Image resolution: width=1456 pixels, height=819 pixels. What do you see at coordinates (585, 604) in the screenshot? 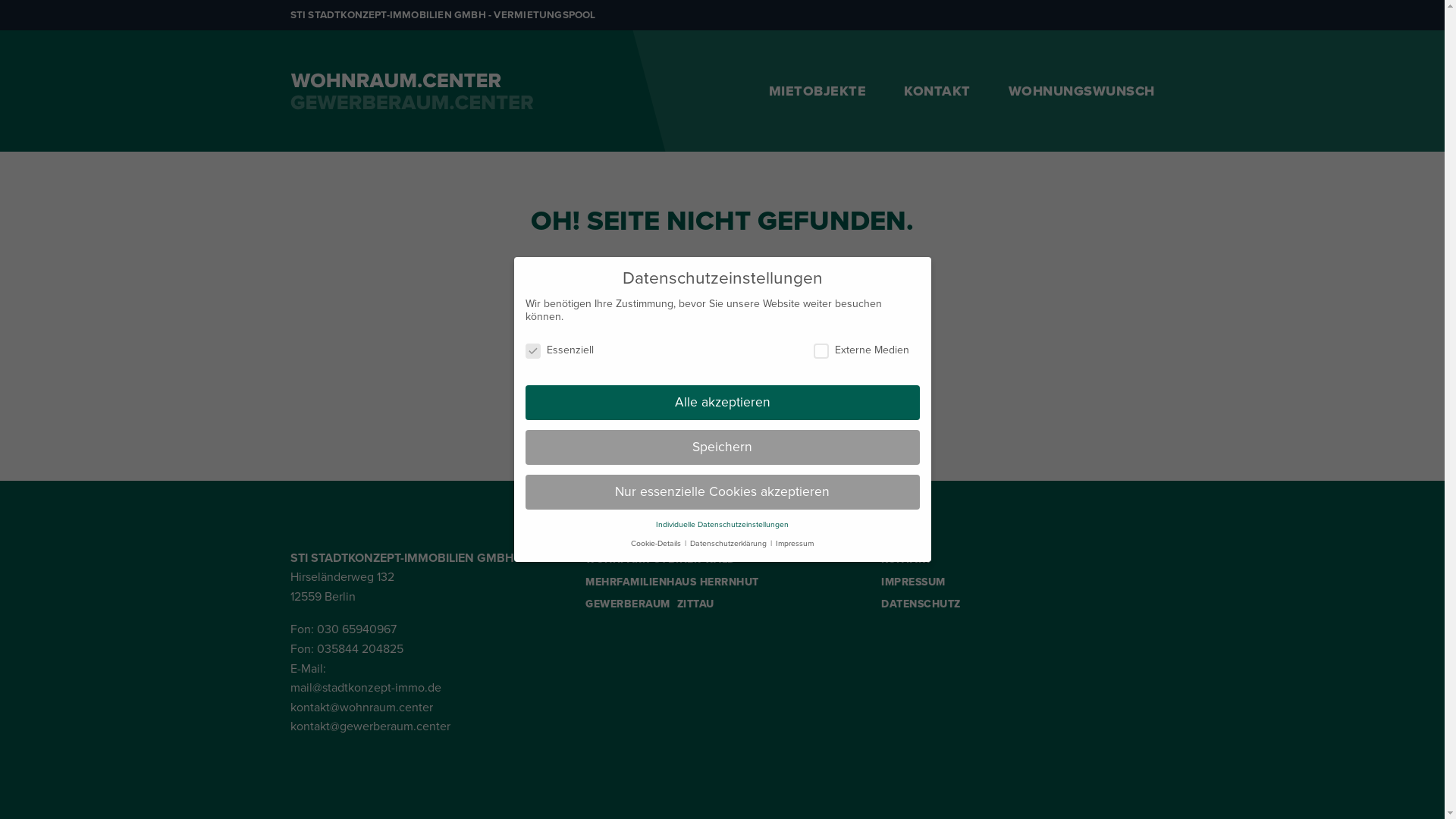
I see `'GEWERBERAUM ZITTAU'` at bounding box center [585, 604].